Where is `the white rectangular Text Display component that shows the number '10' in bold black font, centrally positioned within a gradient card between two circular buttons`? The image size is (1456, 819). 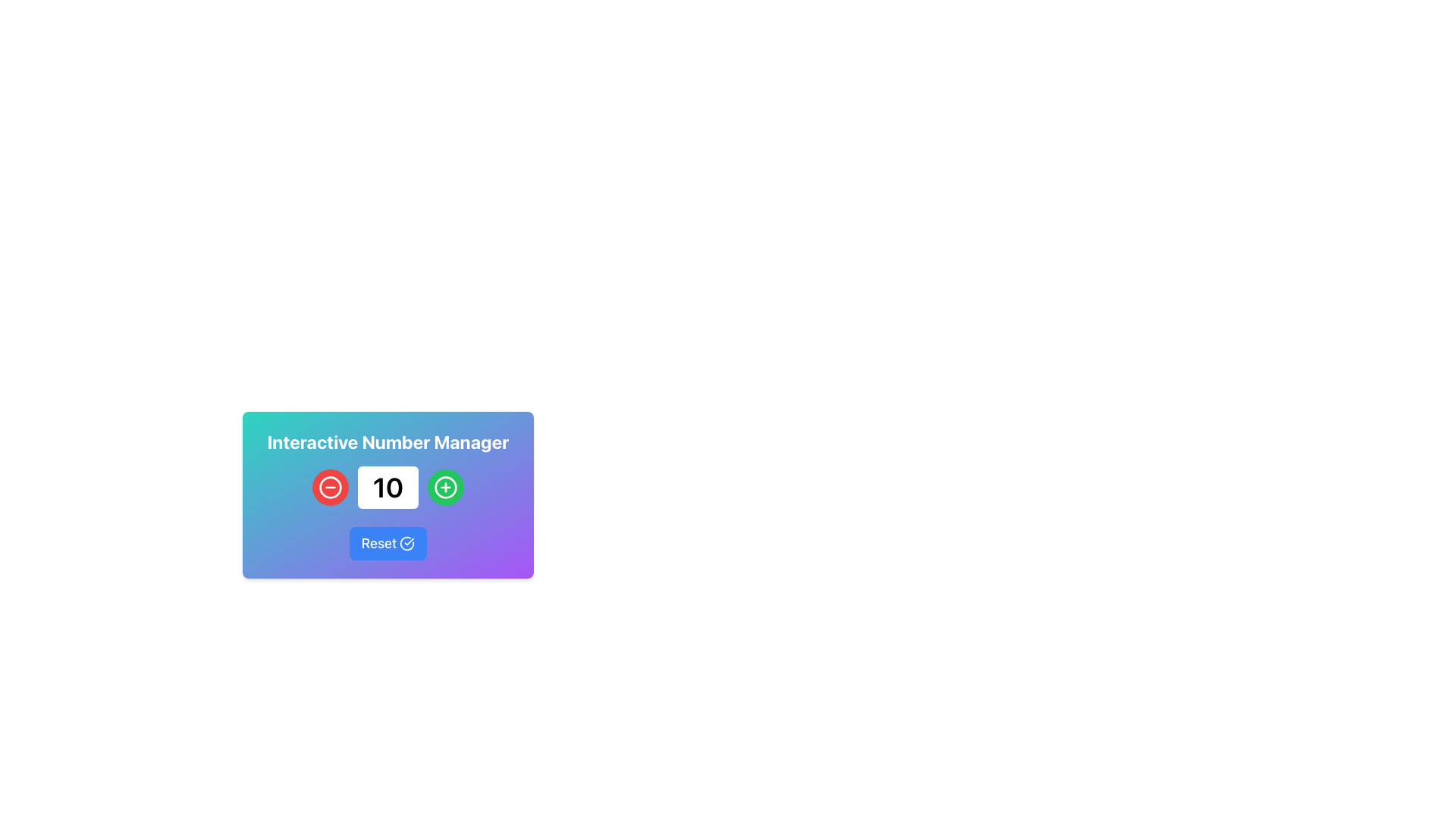
the white rectangular Text Display component that shows the number '10' in bold black font, centrally positioned within a gradient card between two circular buttons is located at coordinates (388, 494).